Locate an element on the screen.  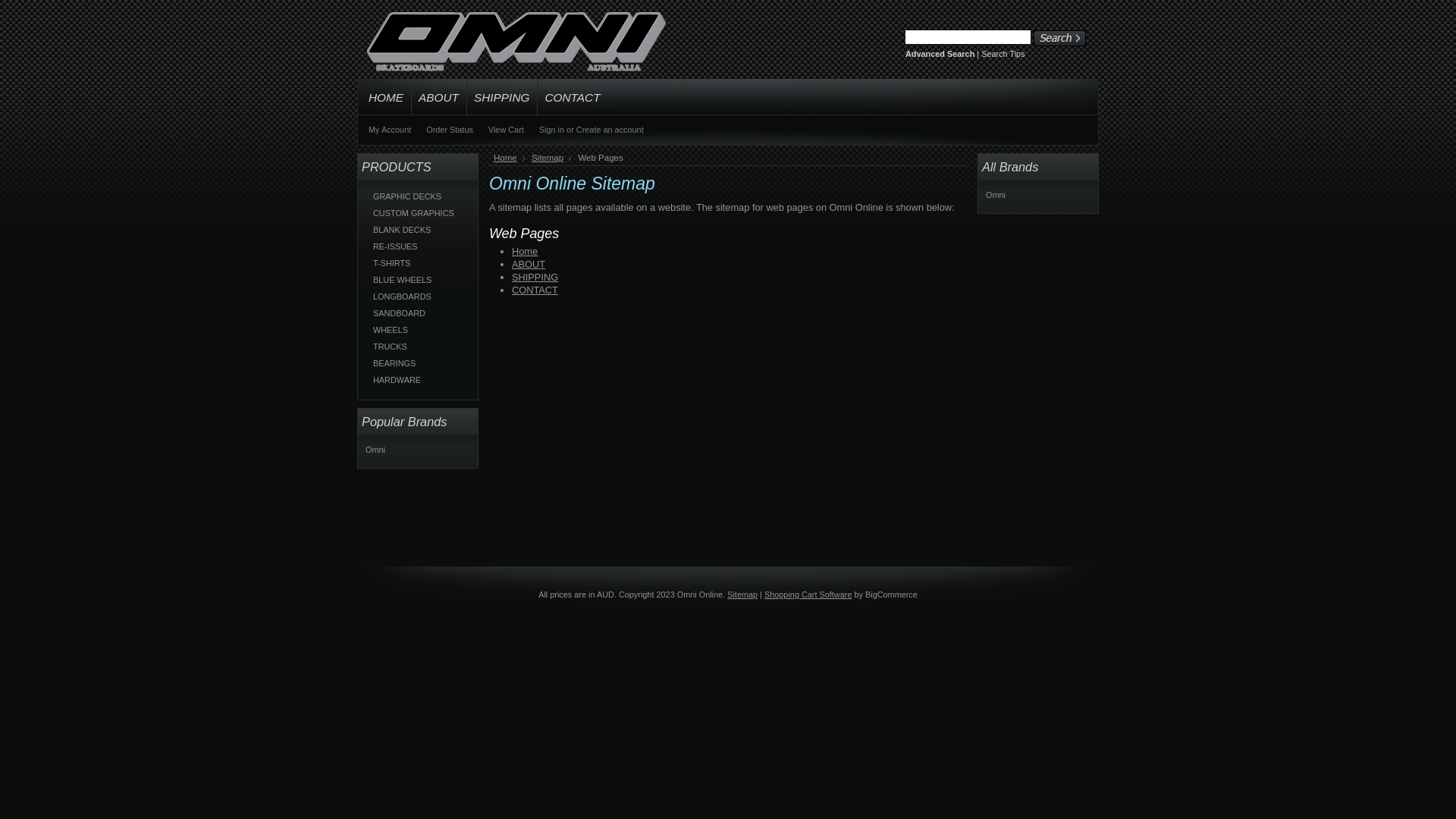
'WHEELS' is located at coordinates (419, 329).